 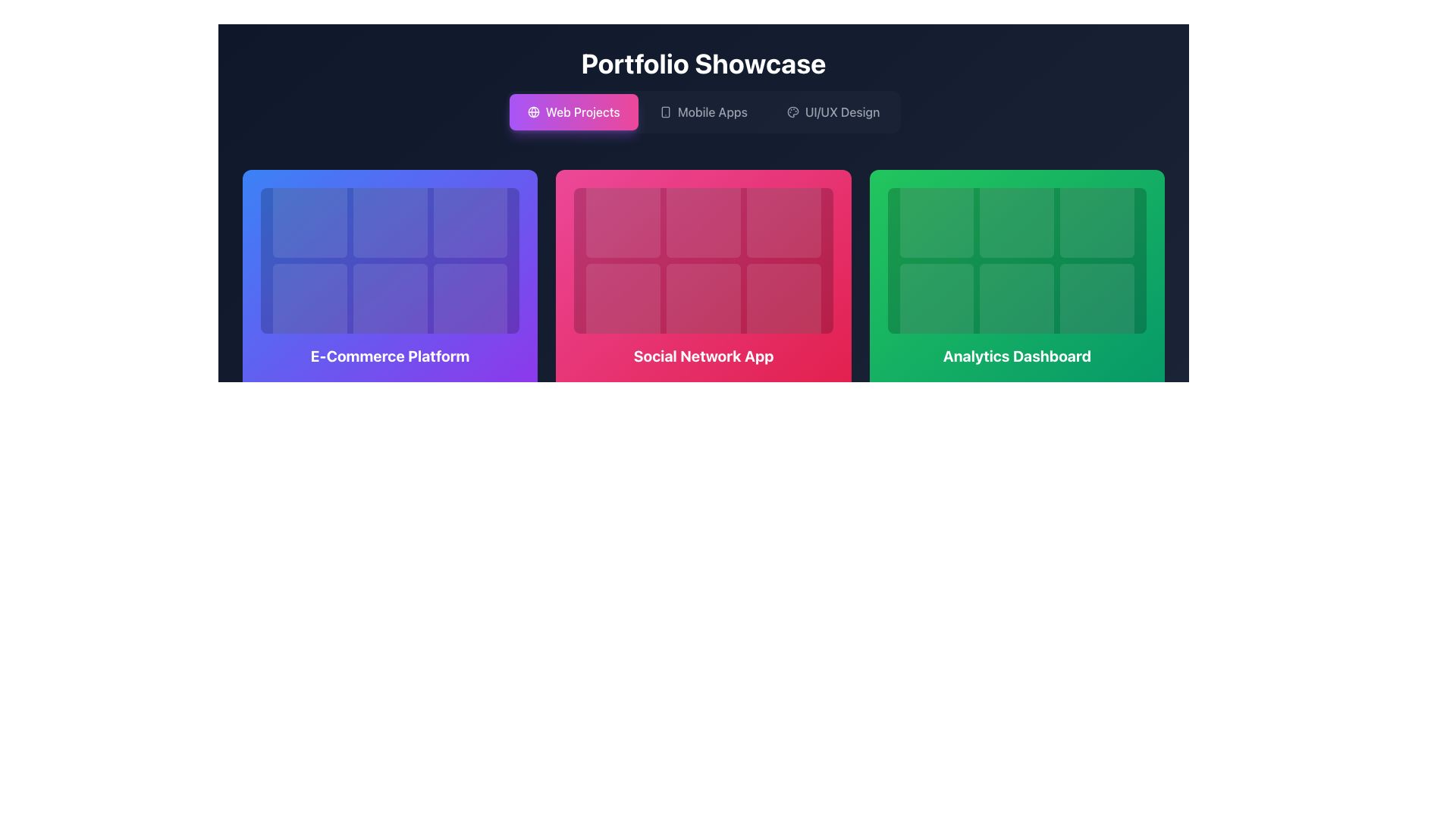 What do you see at coordinates (833, 111) in the screenshot?
I see `the navigation link with text and icon for the 'UI/UX Design' section located` at bounding box center [833, 111].